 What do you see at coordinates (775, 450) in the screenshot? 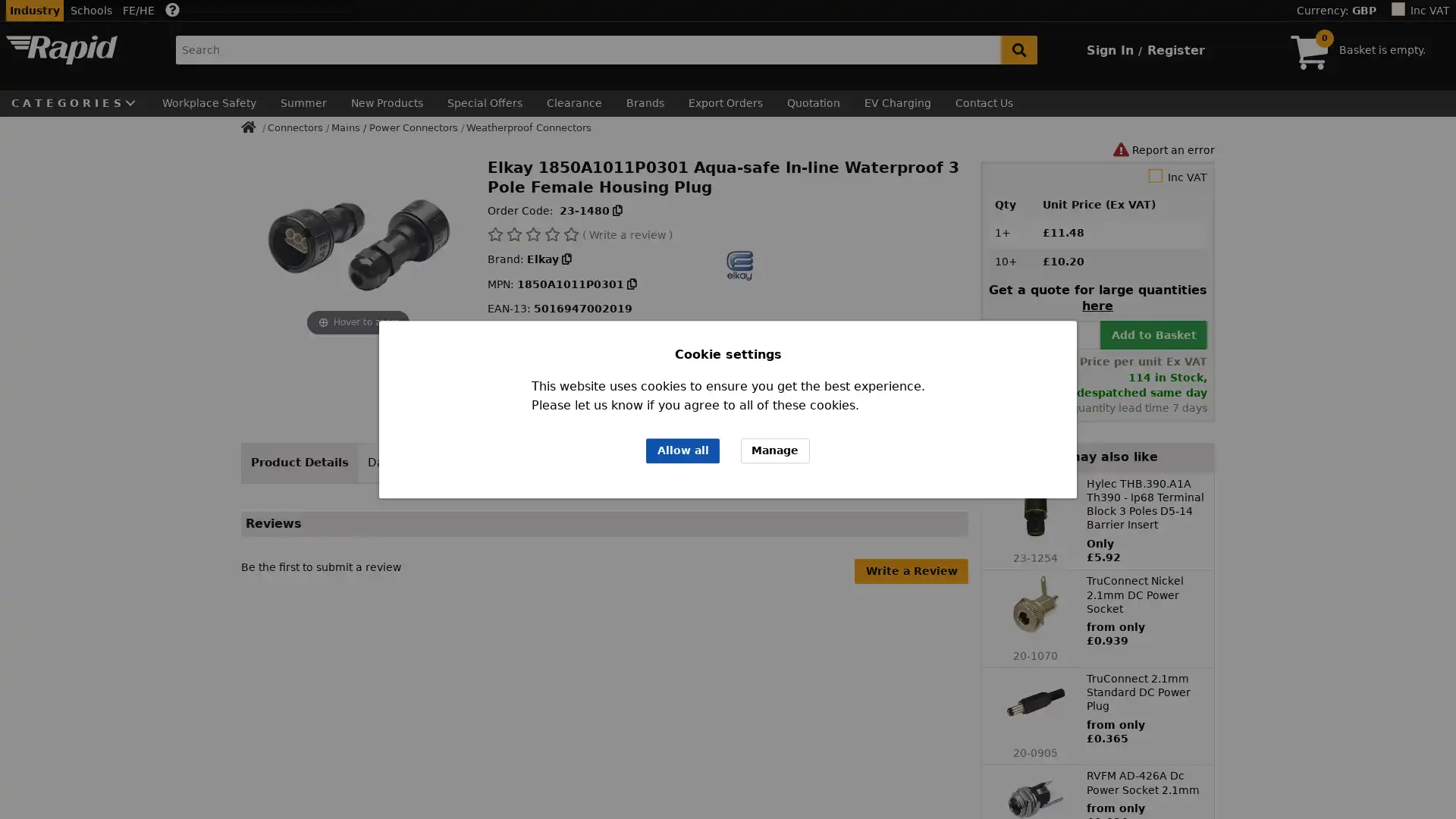
I see `Manage` at bounding box center [775, 450].